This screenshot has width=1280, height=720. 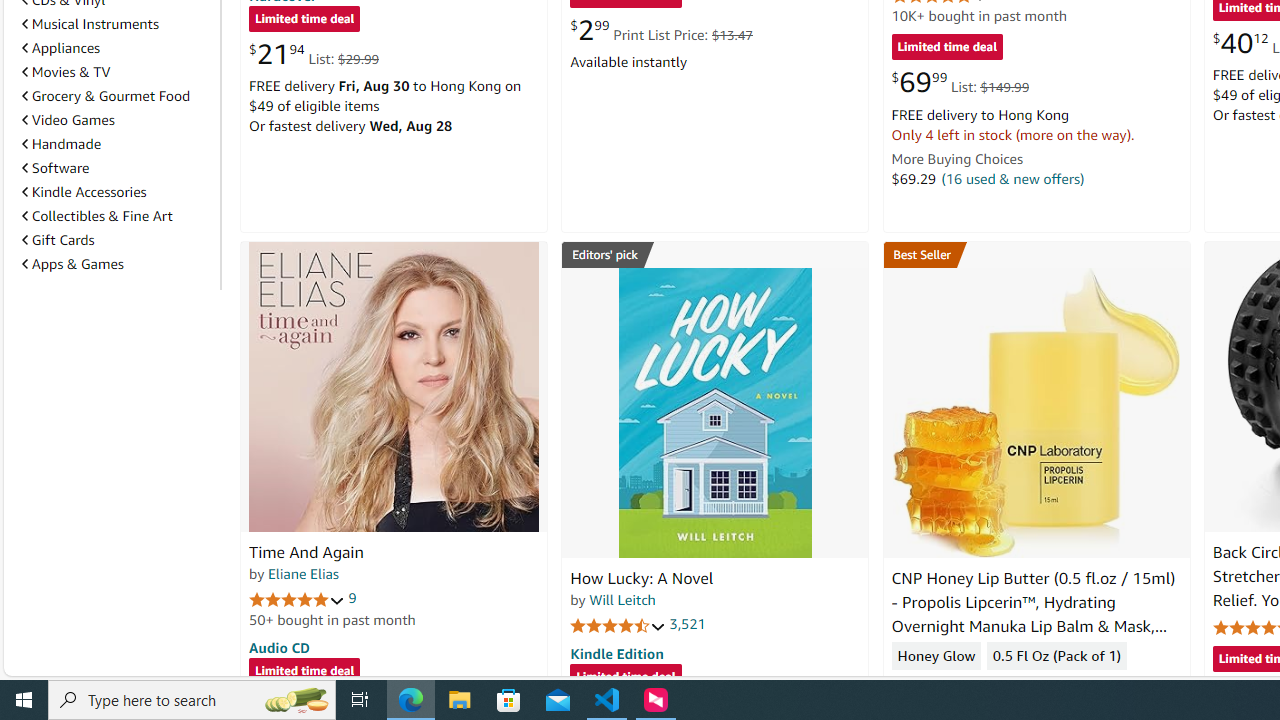 I want to click on '$21.94 List: $29.99', so click(x=313, y=53).